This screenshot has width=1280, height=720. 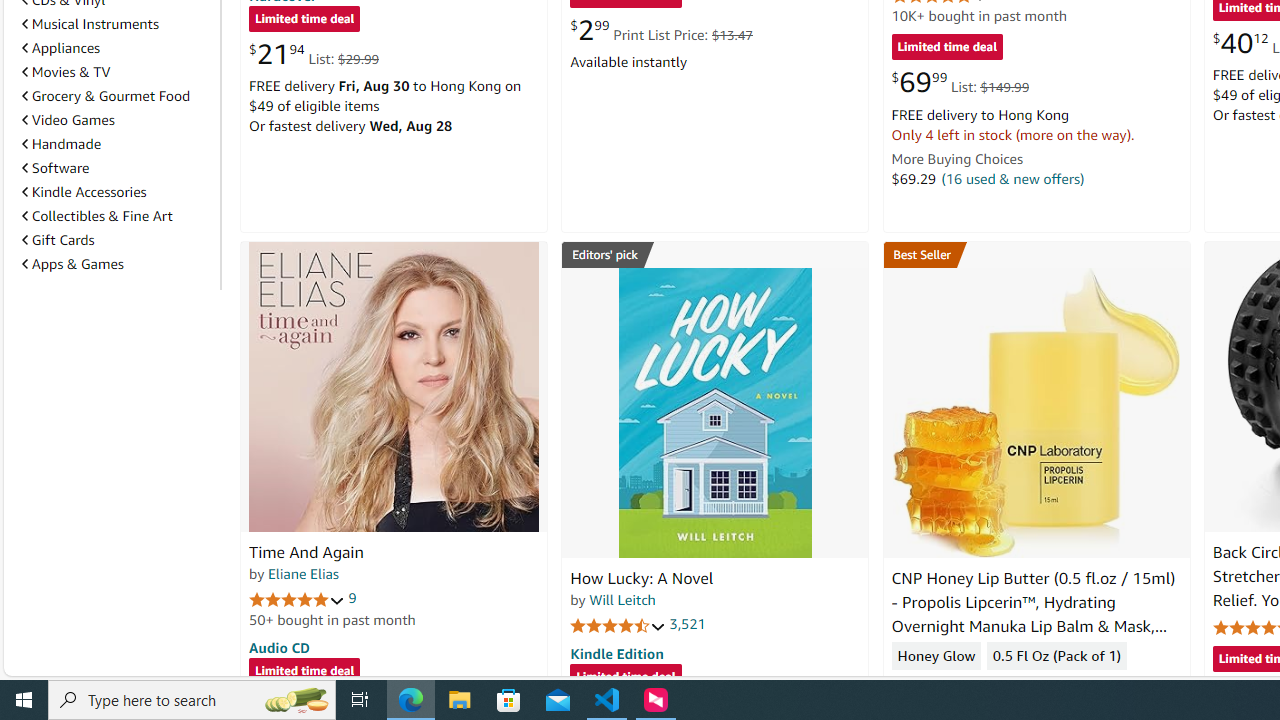 I want to click on '$21.94 List: $29.99', so click(x=313, y=53).